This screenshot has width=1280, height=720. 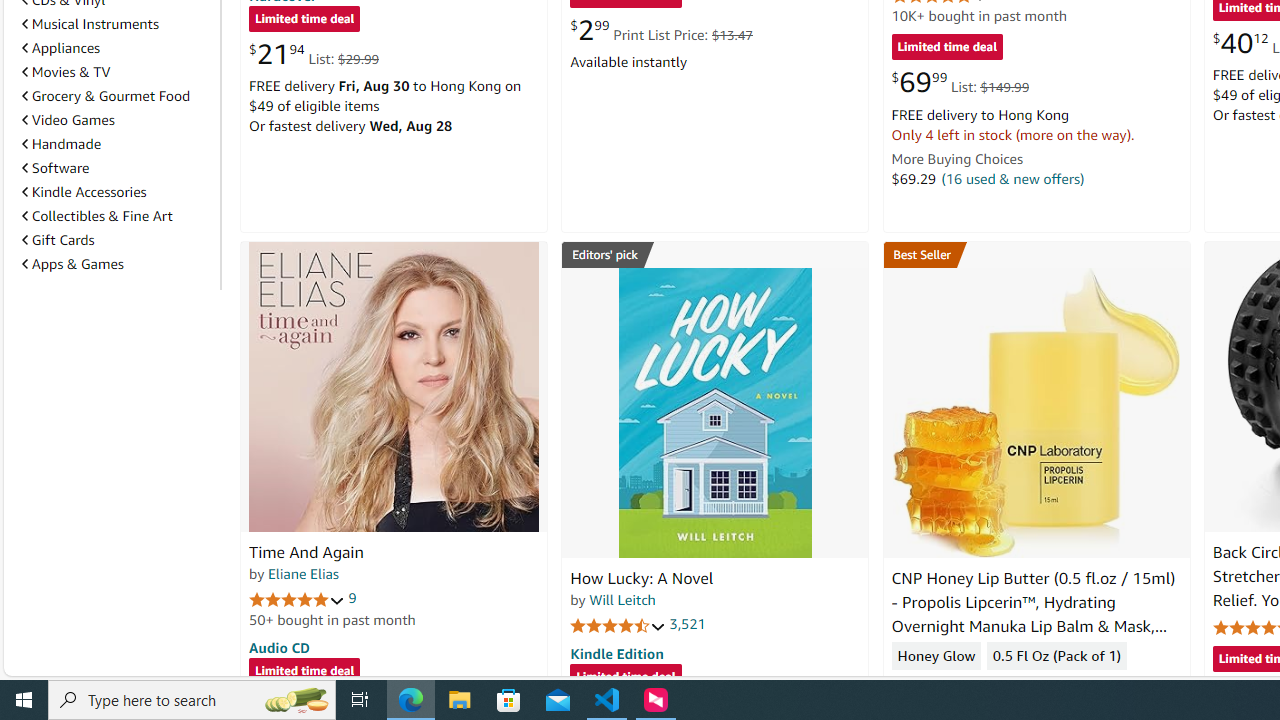 I want to click on '$21.94 List: $29.99', so click(x=313, y=53).